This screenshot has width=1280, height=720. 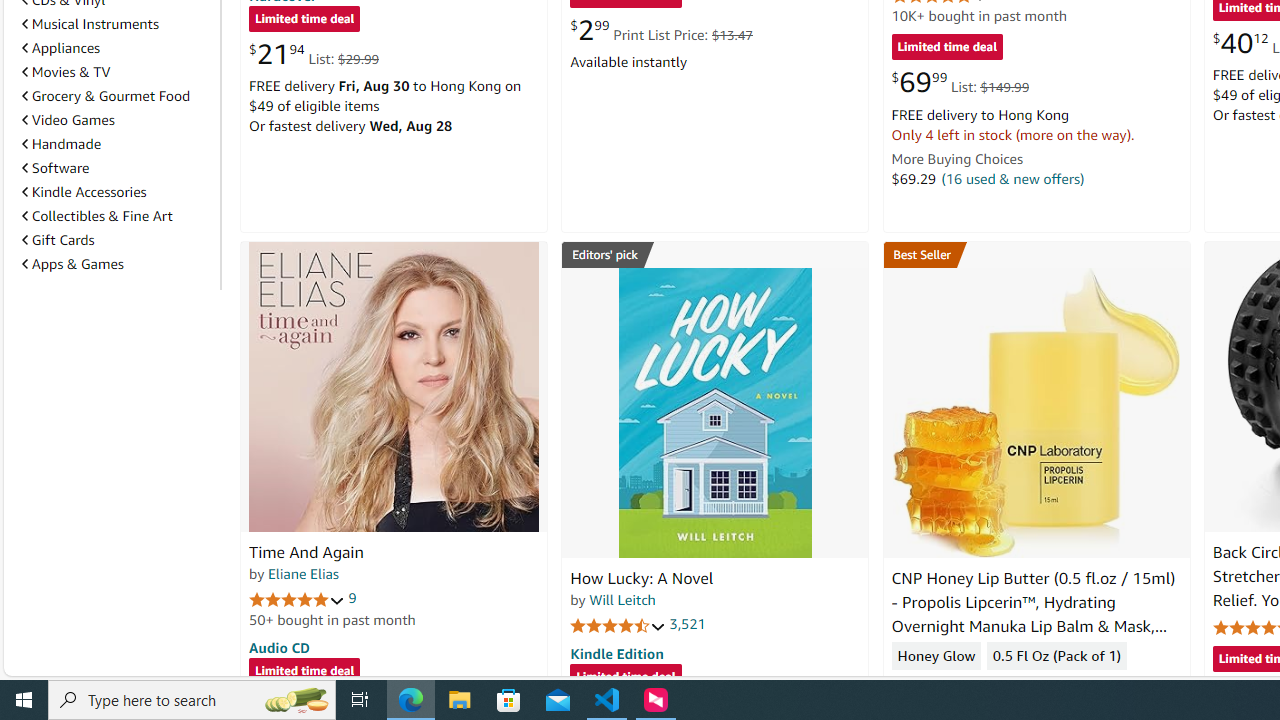 I want to click on '$21.94 List: $29.99', so click(x=313, y=53).